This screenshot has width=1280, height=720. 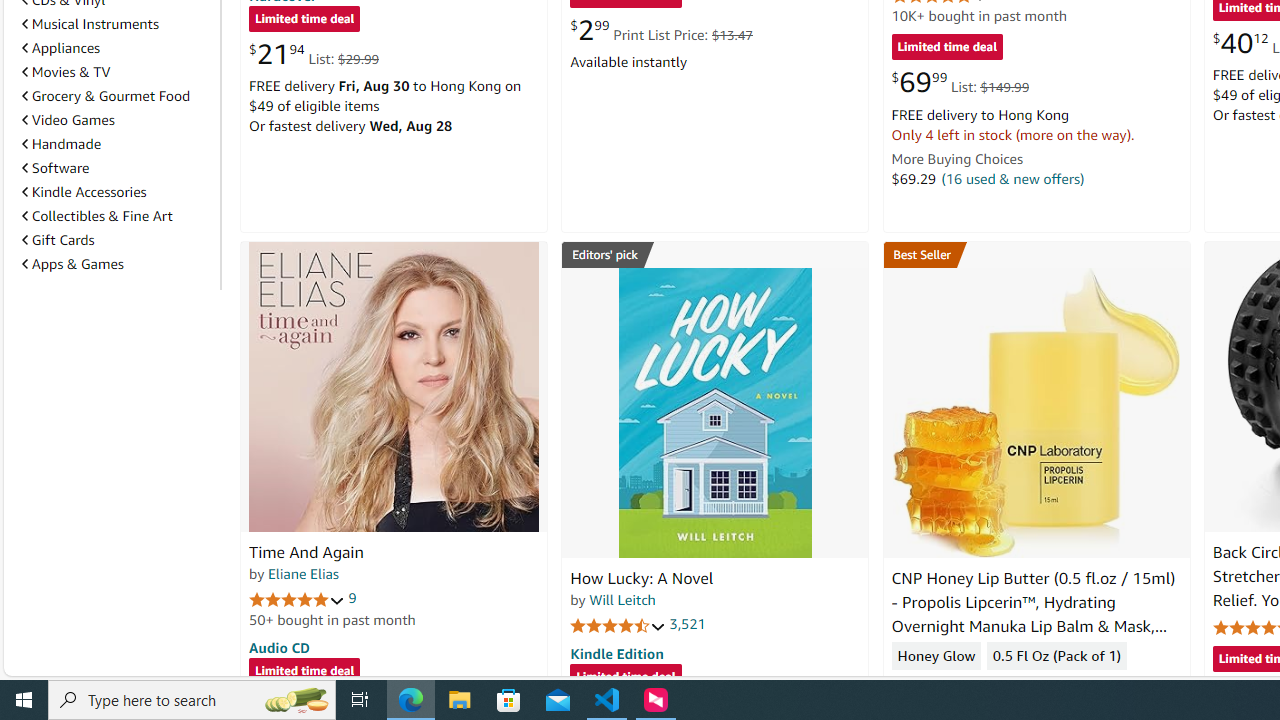 I want to click on '$21.94 List: $29.99', so click(x=313, y=53).